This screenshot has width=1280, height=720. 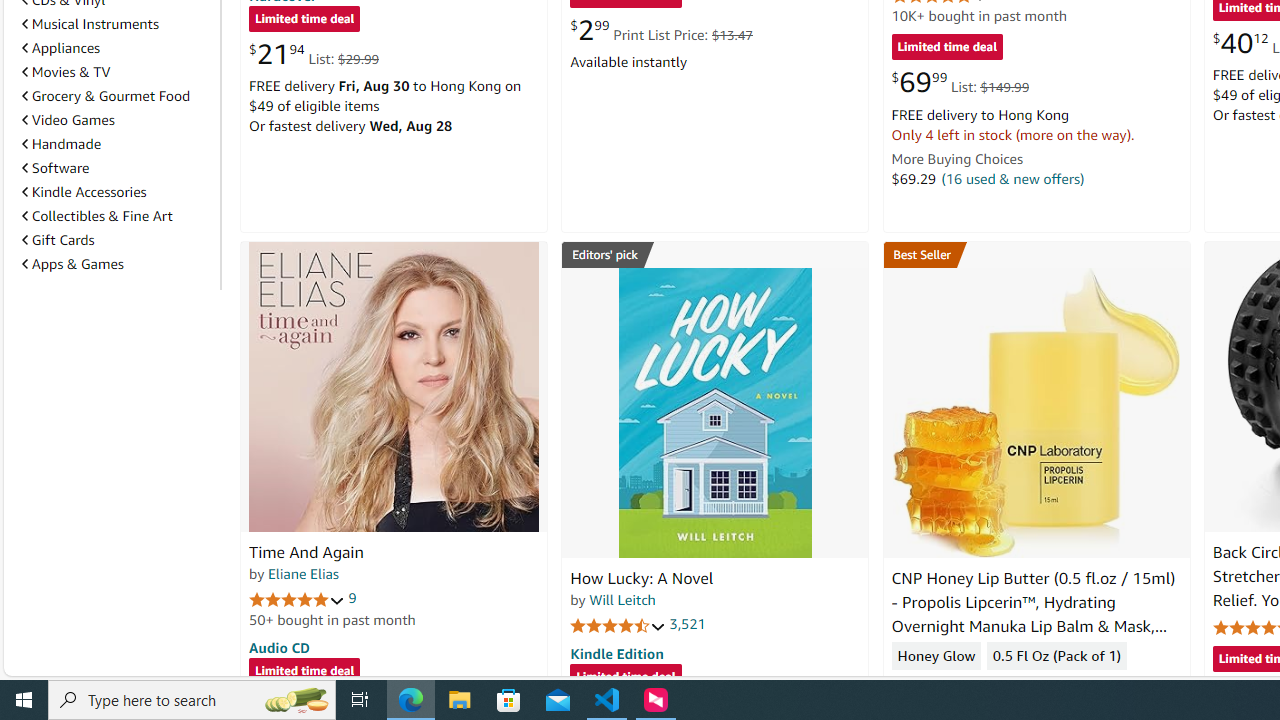 I want to click on '$21.94 List: $29.99', so click(x=313, y=53).